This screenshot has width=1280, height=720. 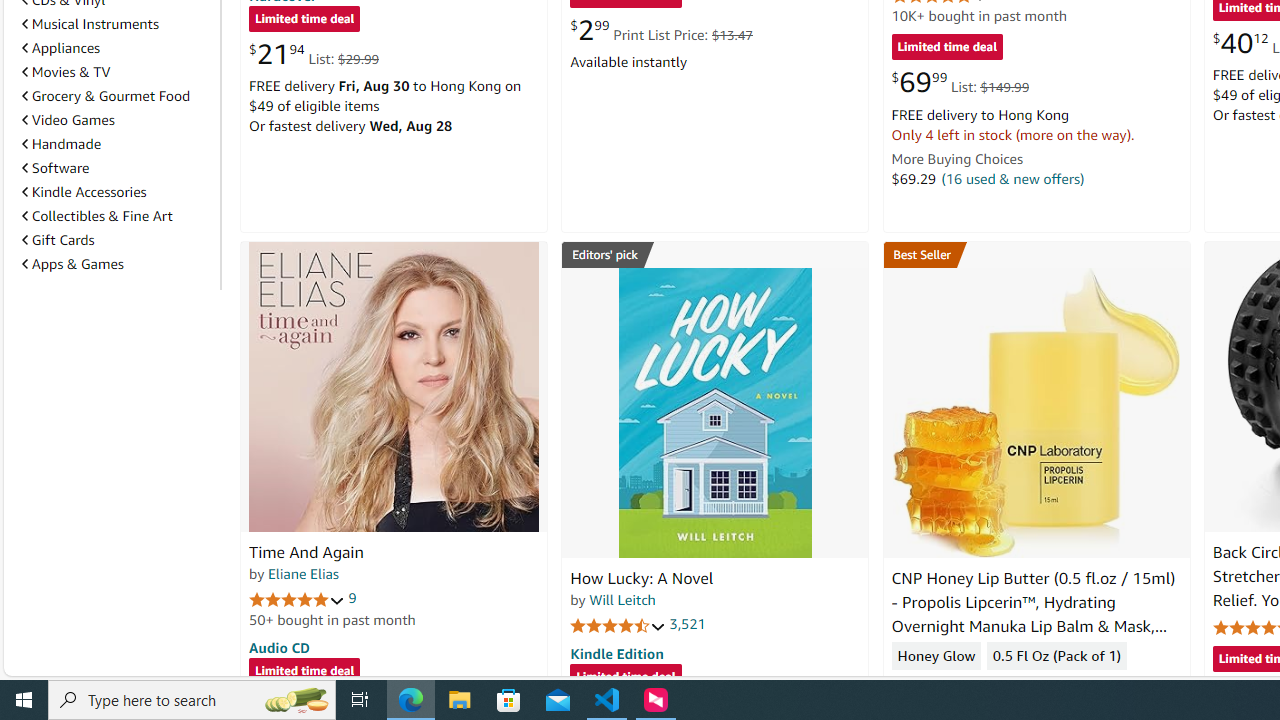 I want to click on '$21.94 List: $29.99', so click(x=313, y=53).